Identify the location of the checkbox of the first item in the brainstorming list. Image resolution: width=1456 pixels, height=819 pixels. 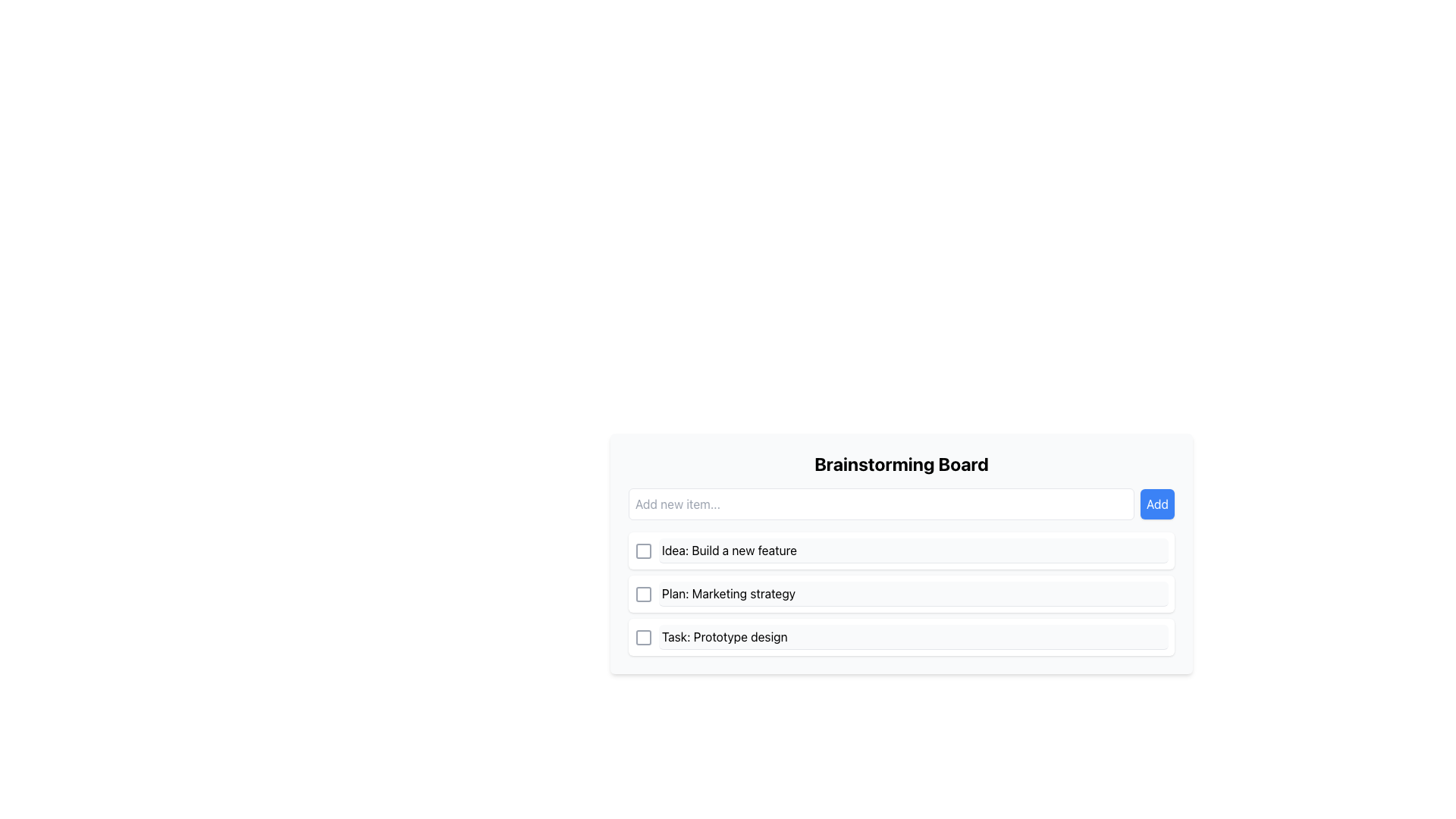
(902, 551).